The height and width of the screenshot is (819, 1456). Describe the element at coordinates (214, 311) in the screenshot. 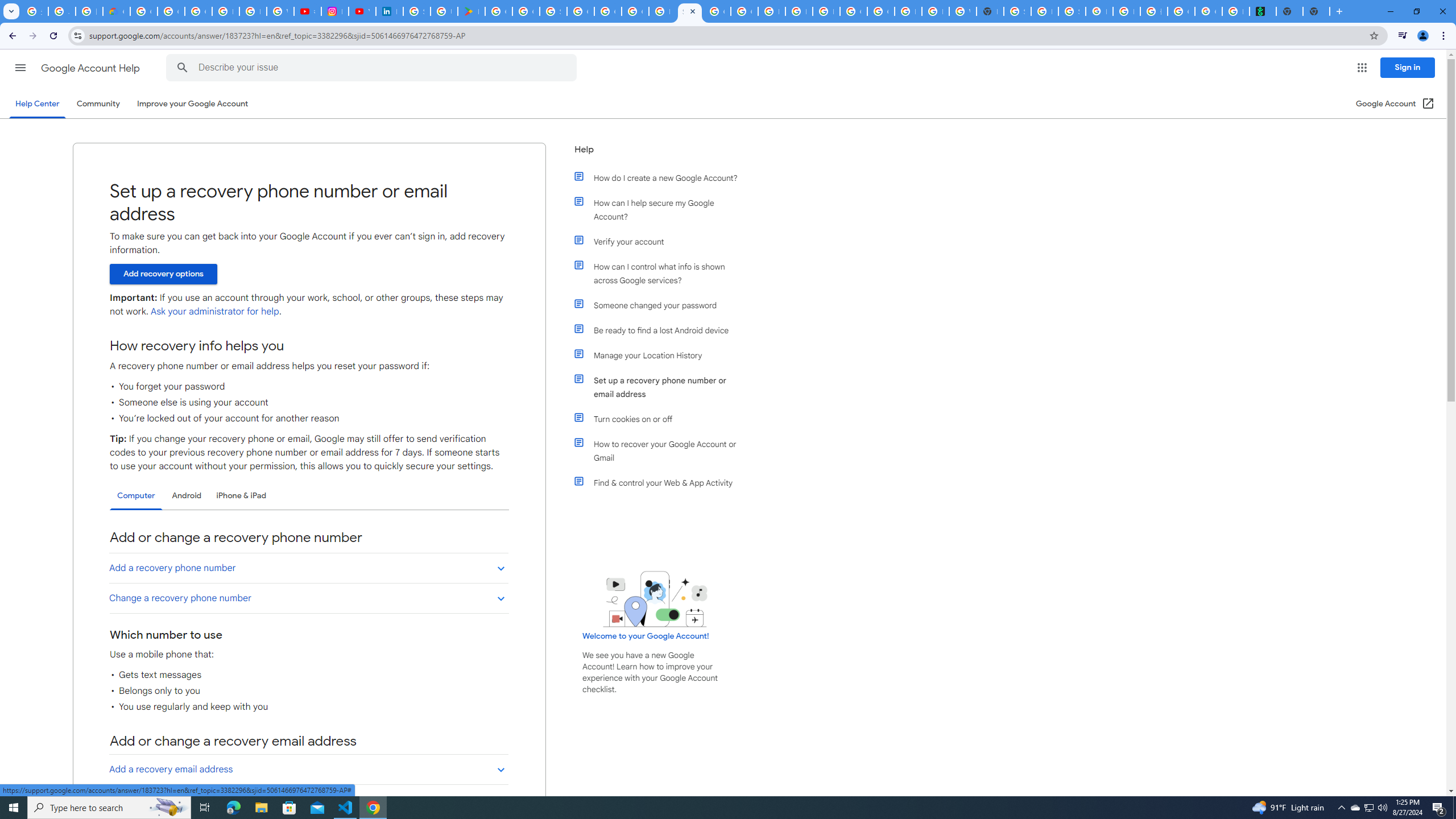

I see `'Ask your administrator for help'` at that location.